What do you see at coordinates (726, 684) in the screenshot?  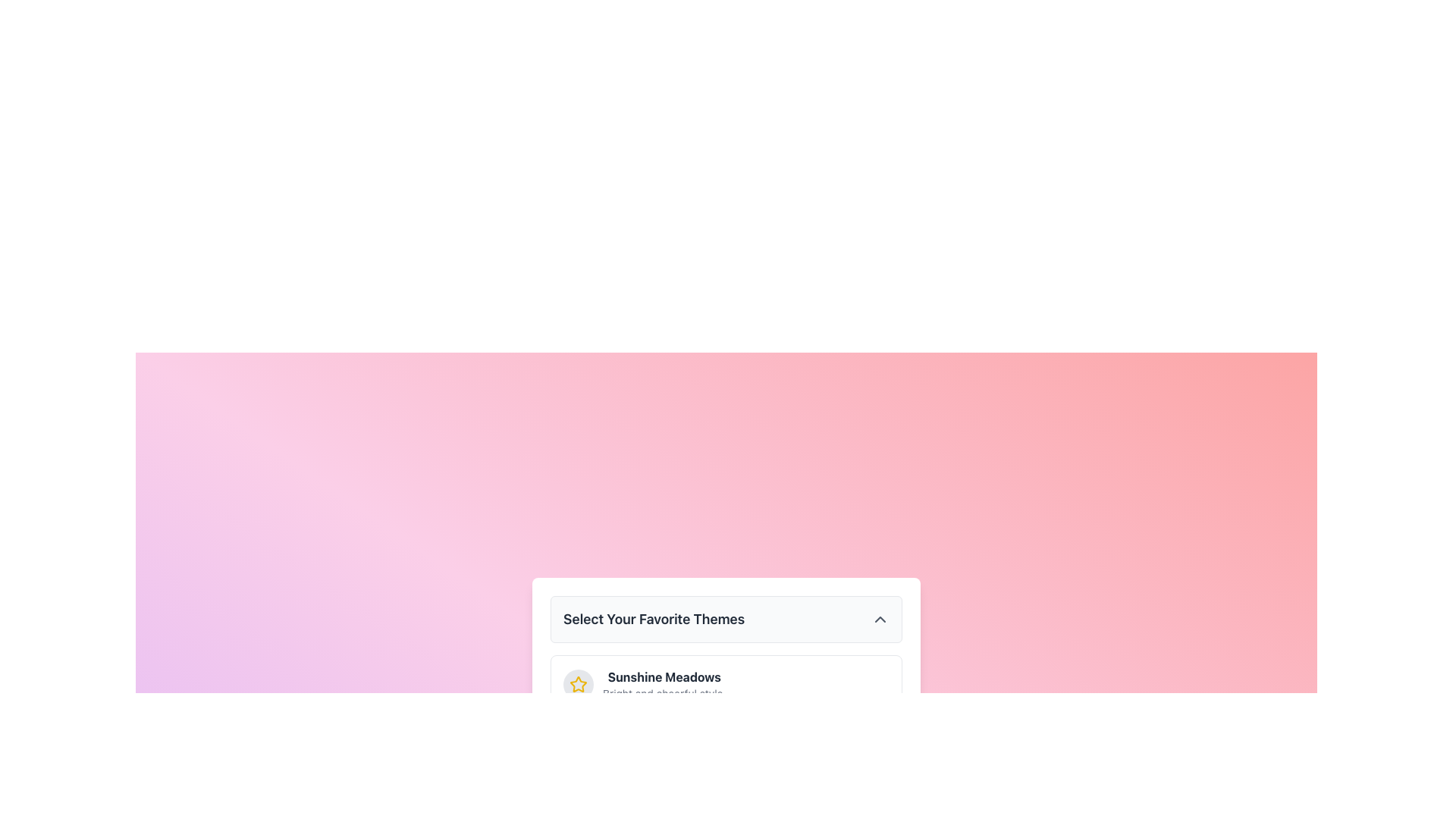 I see `the selectable theme item labeled 'Sunshine Meadows'` at bounding box center [726, 684].